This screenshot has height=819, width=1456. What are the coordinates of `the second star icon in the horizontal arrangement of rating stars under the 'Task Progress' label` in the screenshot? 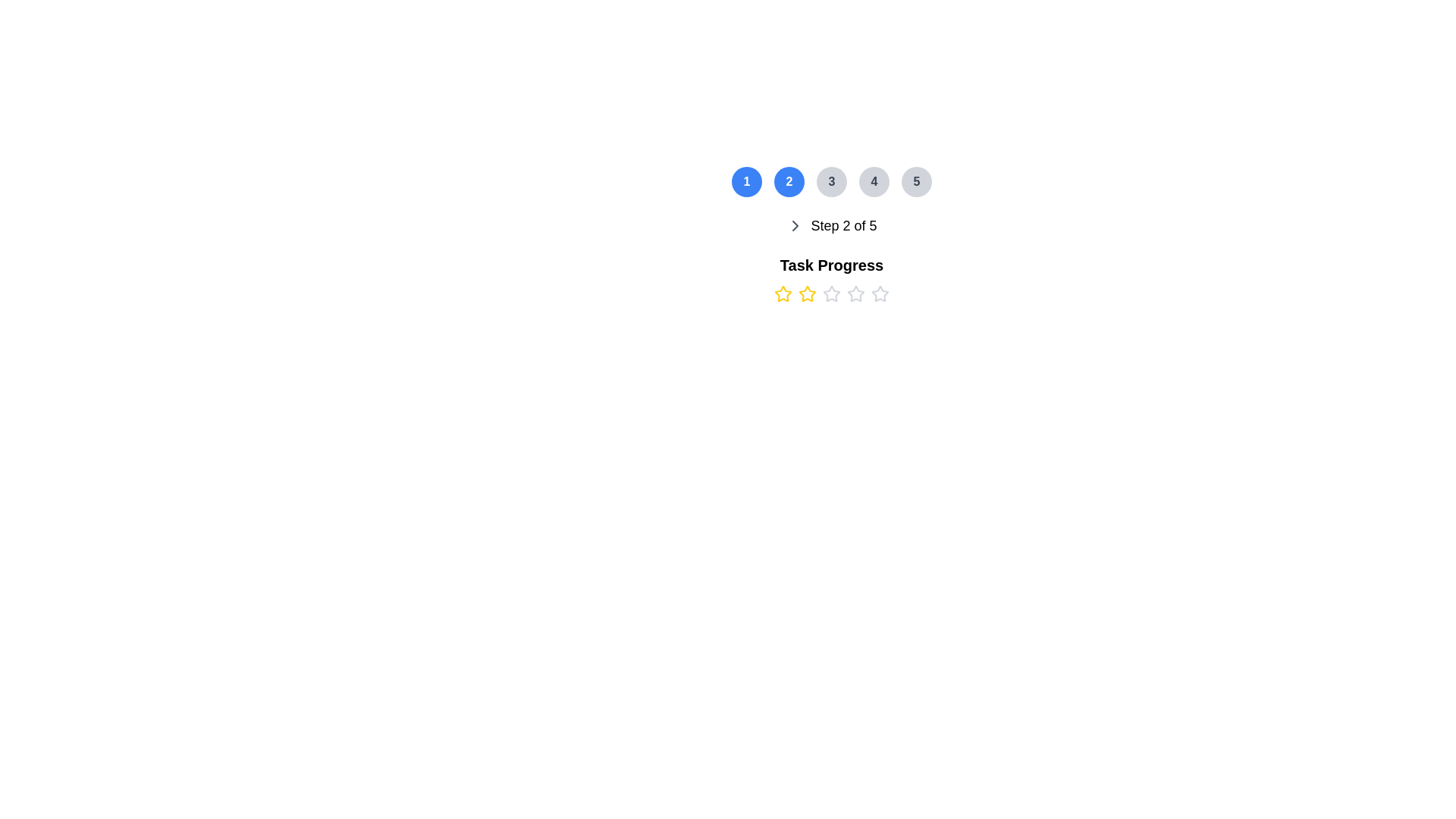 It's located at (806, 293).